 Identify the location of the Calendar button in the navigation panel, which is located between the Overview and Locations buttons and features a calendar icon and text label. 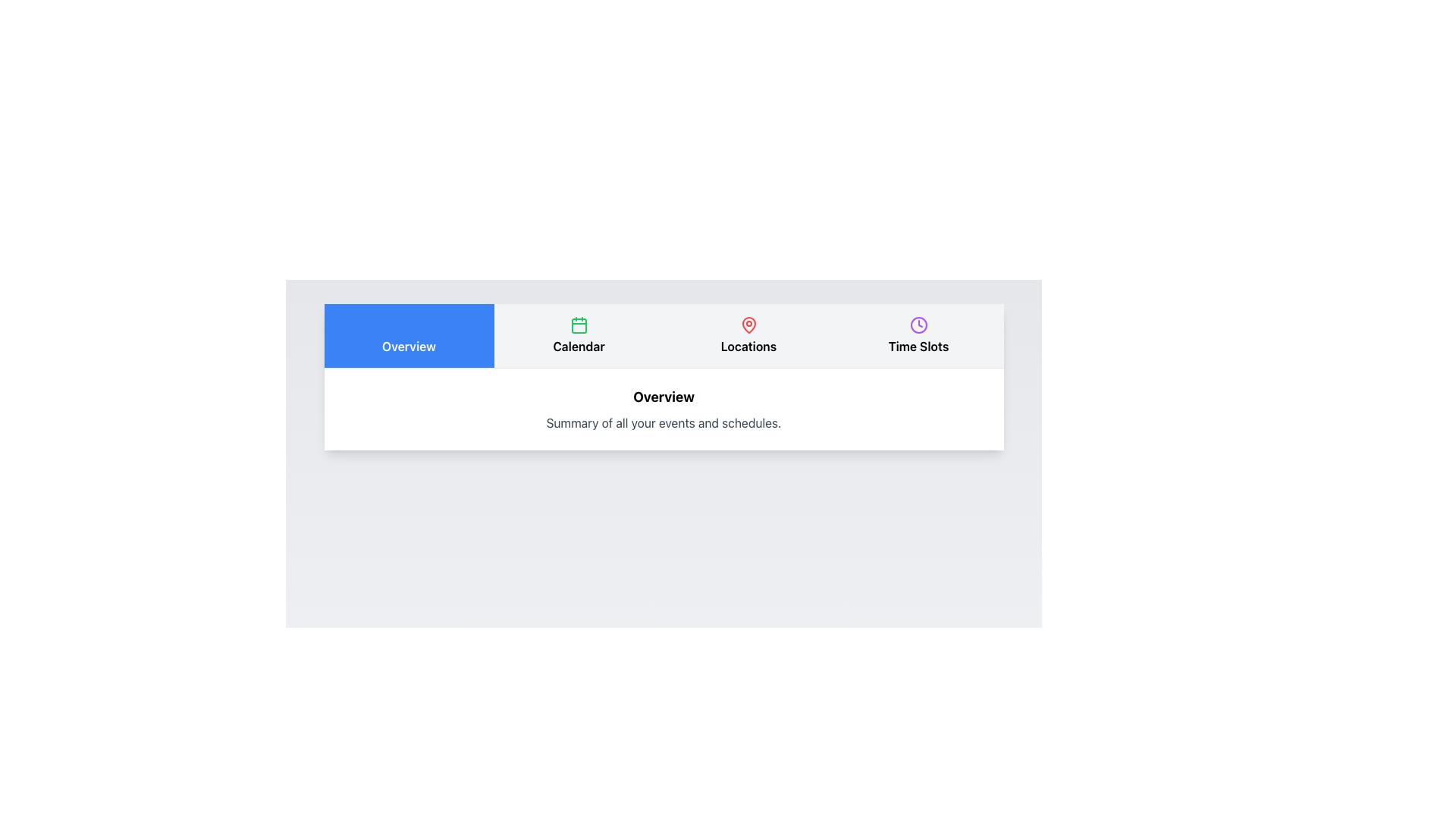
(578, 335).